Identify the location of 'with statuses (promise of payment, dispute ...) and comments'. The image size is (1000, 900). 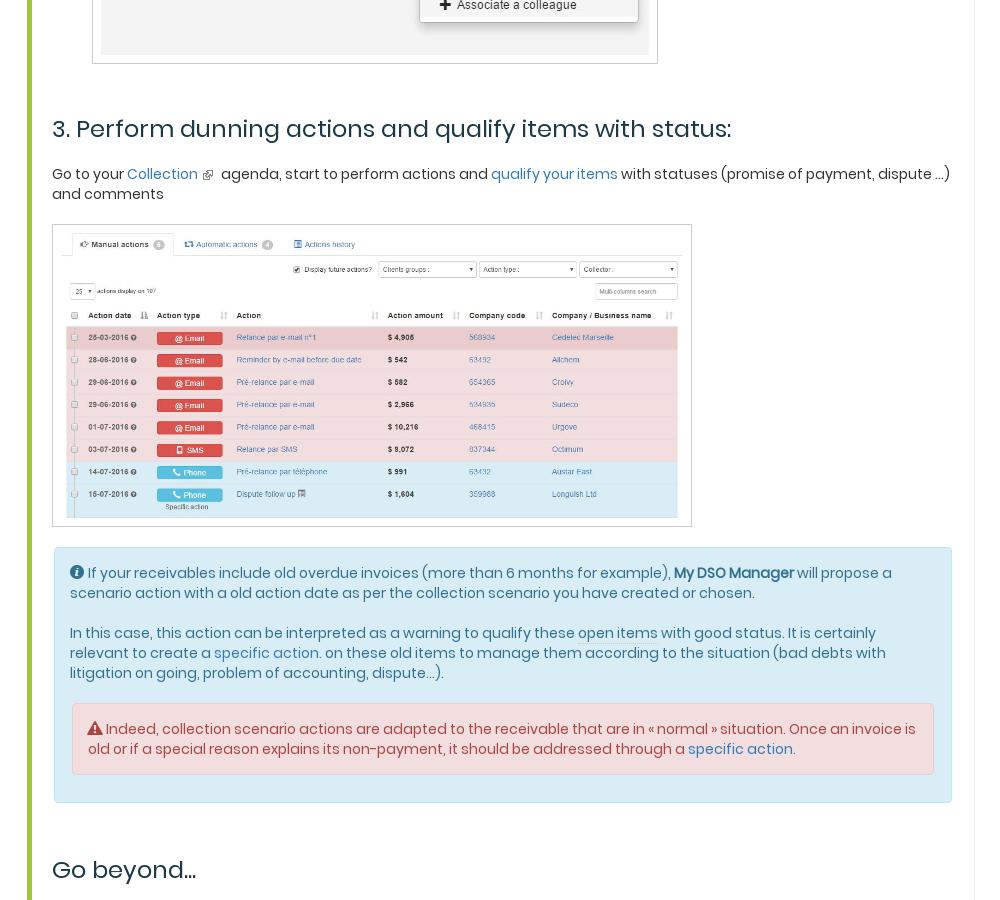
(501, 183).